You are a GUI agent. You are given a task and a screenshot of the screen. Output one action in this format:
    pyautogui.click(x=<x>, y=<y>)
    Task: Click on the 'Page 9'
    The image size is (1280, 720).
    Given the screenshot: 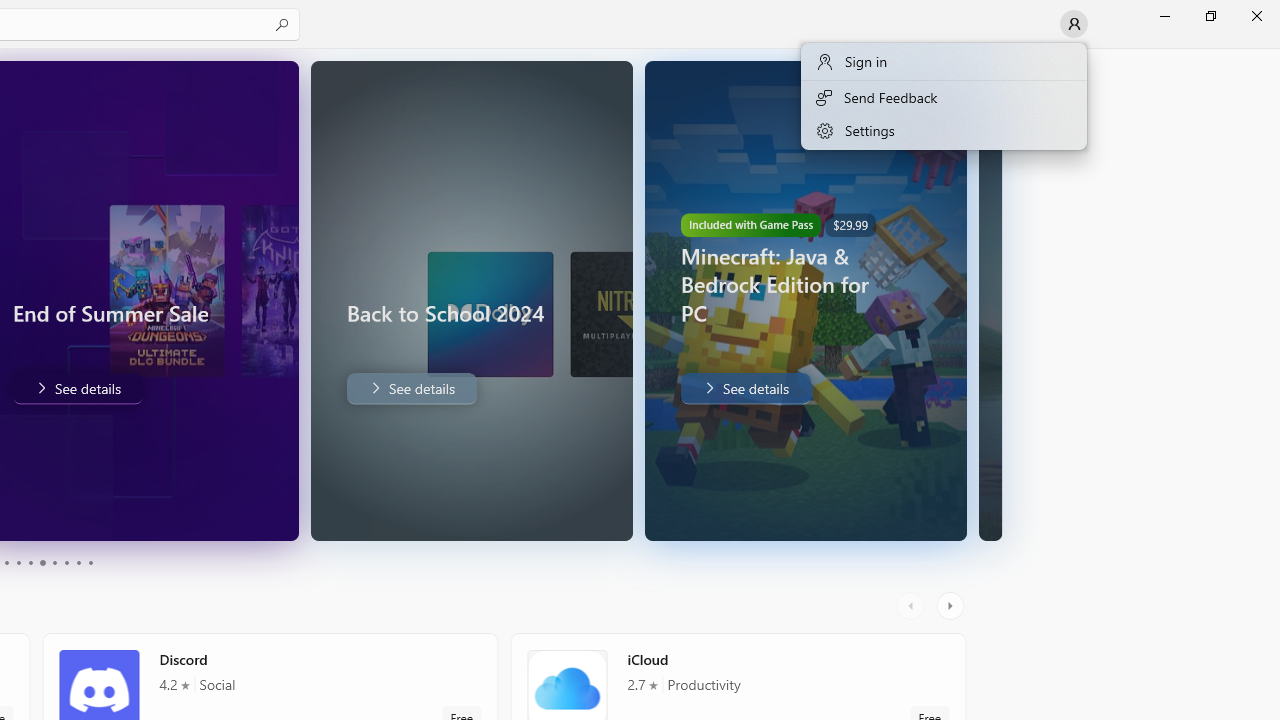 What is the action you would take?
    pyautogui.click(x=78, y=563)
    